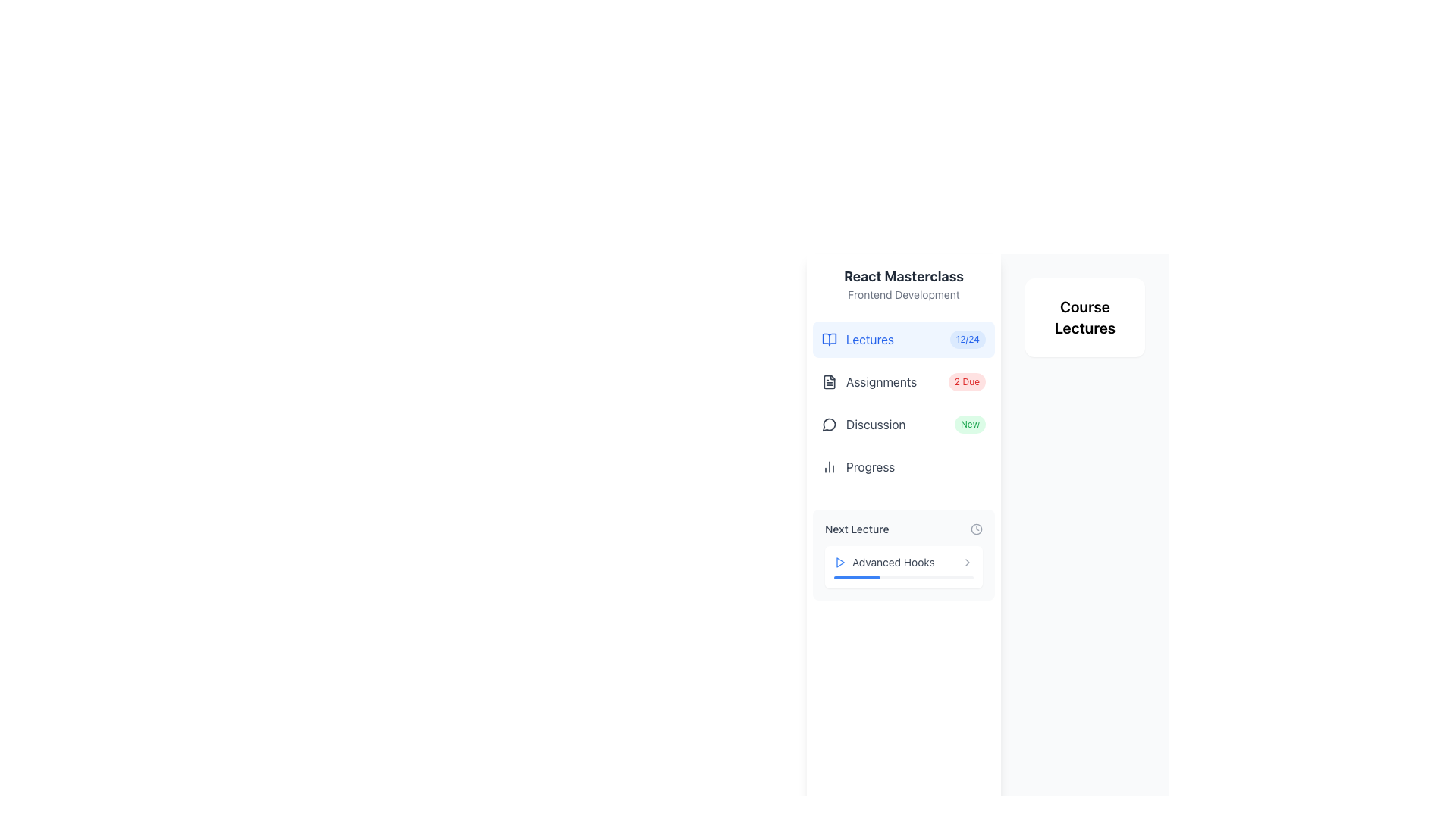 The image size is (1456, 819). What do you see at coordinates (966, 381) in the screenshot?
I see `the small badge with a light red background and red text indicating '2 Due', located to the far right within the 'Assignments' row` at bounding box center [966, 381].